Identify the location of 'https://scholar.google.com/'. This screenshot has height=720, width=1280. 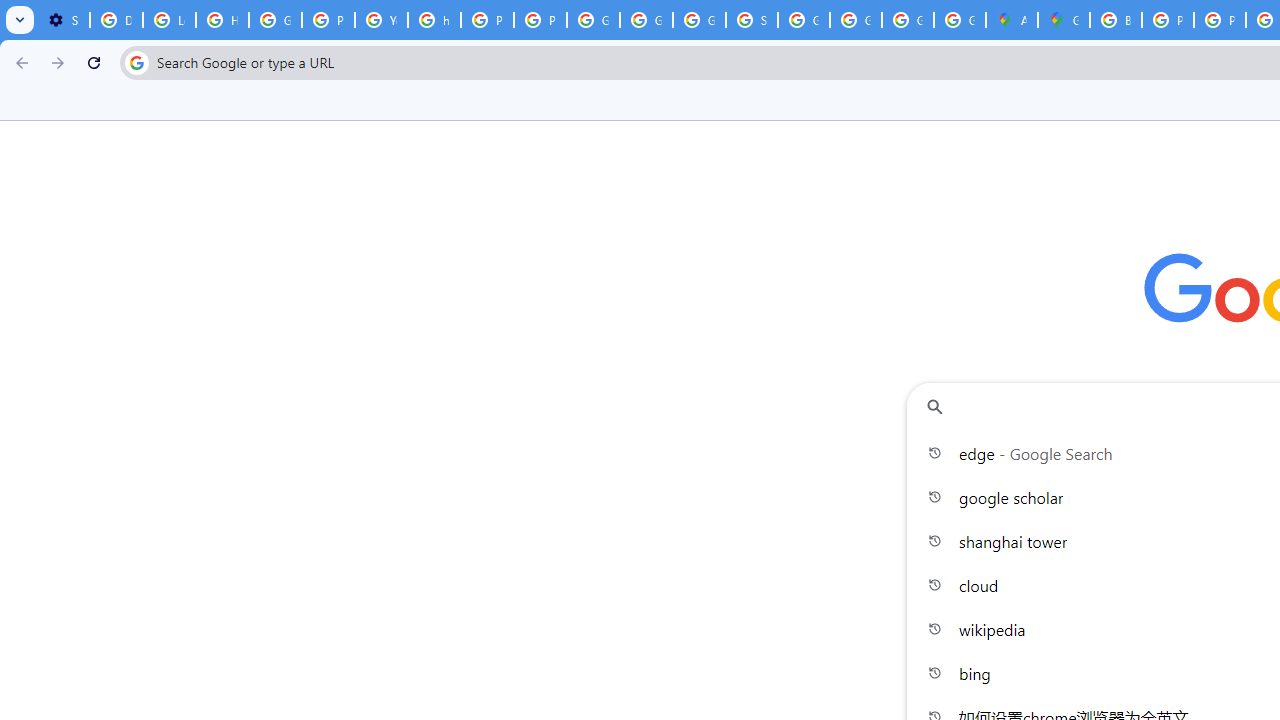
(433, 20).